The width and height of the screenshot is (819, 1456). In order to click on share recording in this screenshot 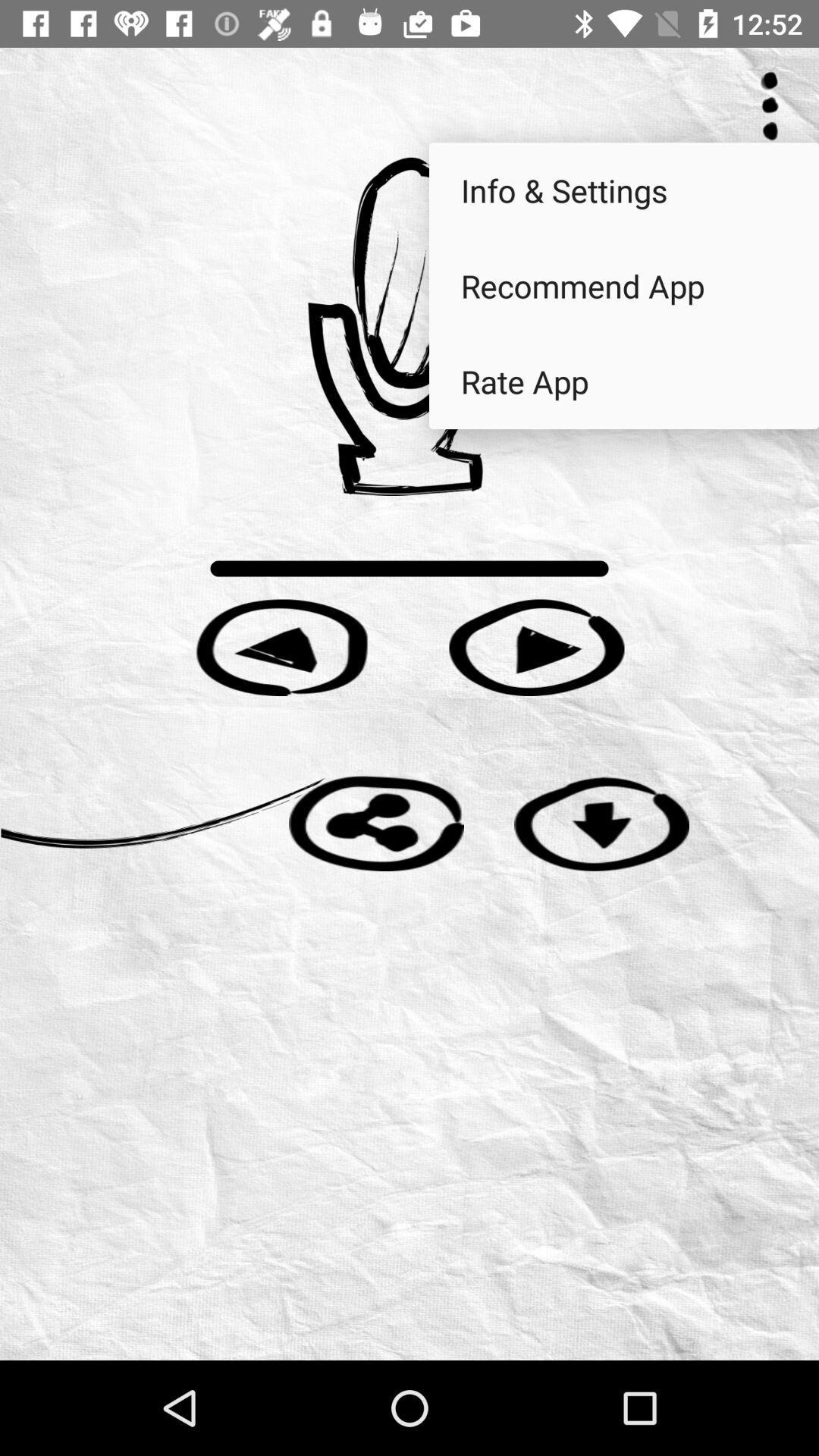, I will do `click(375, 822)`.